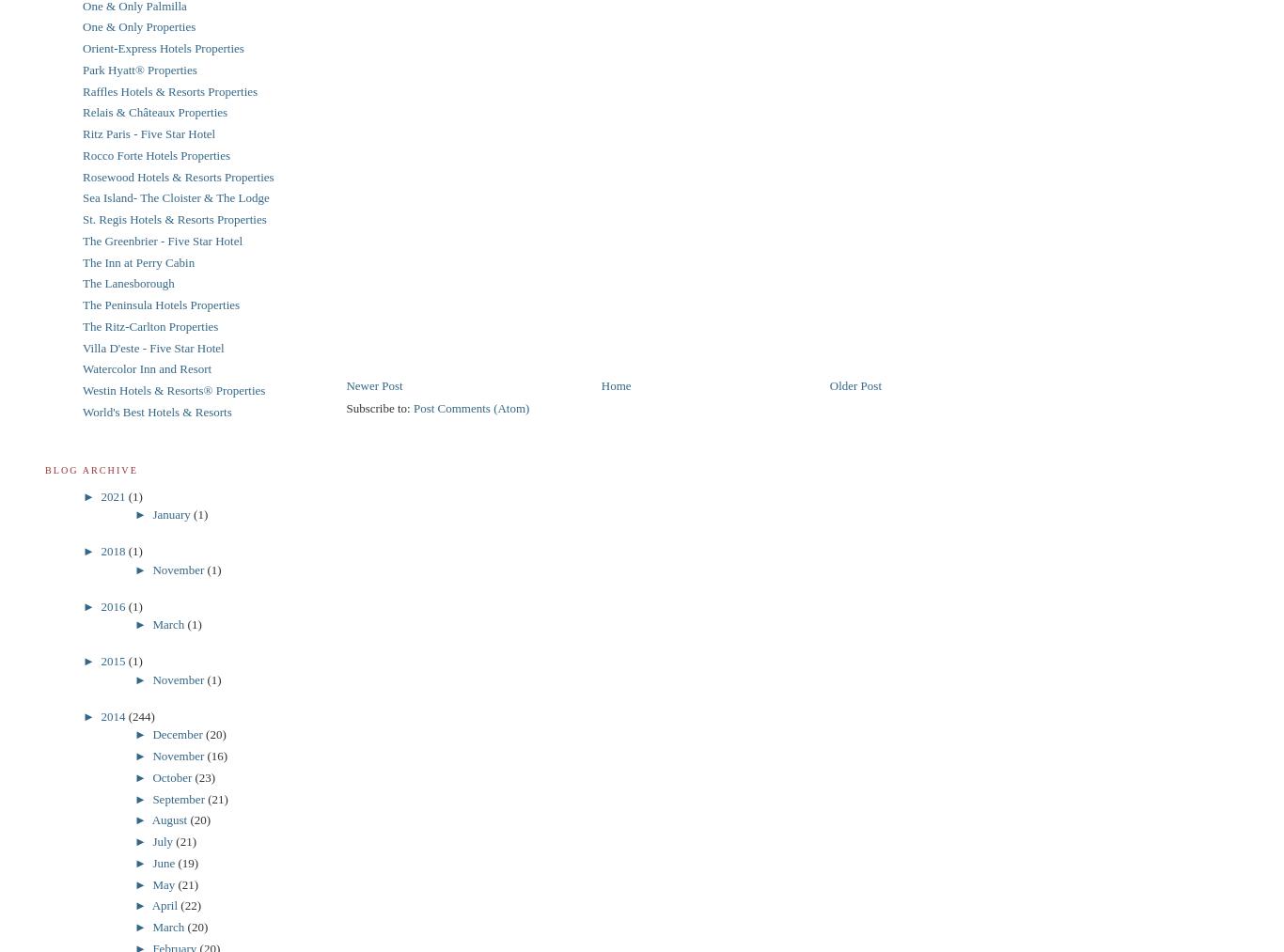 The height and width of the screenshot is (952, 1284). What do you see at coordinates (204, 775) in the screenshot?
I see `'(23)'` at bounding box center [204, 775].